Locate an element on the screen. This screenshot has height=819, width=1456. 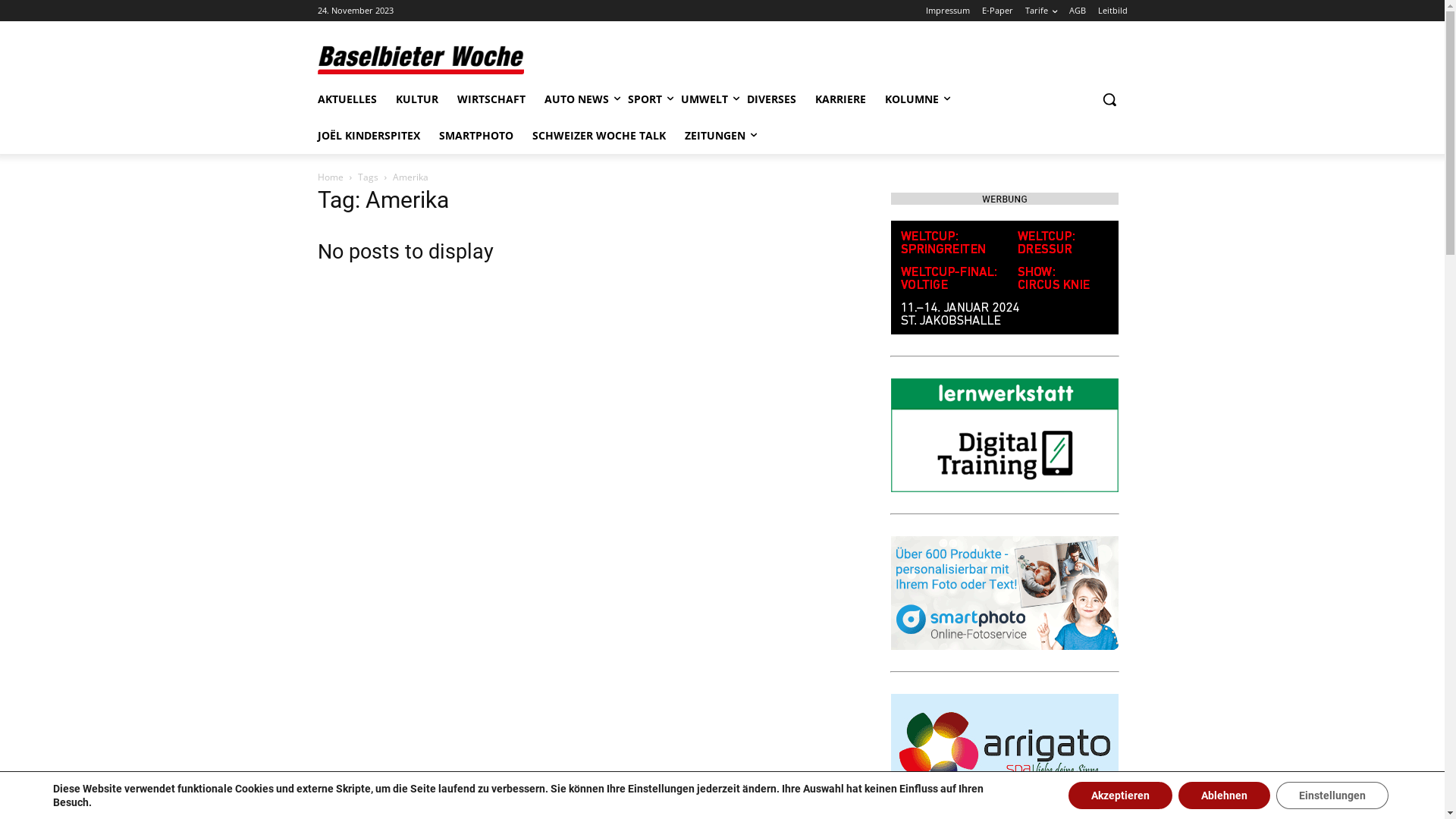
'E-Paper' is located at coordinates (981, 11).